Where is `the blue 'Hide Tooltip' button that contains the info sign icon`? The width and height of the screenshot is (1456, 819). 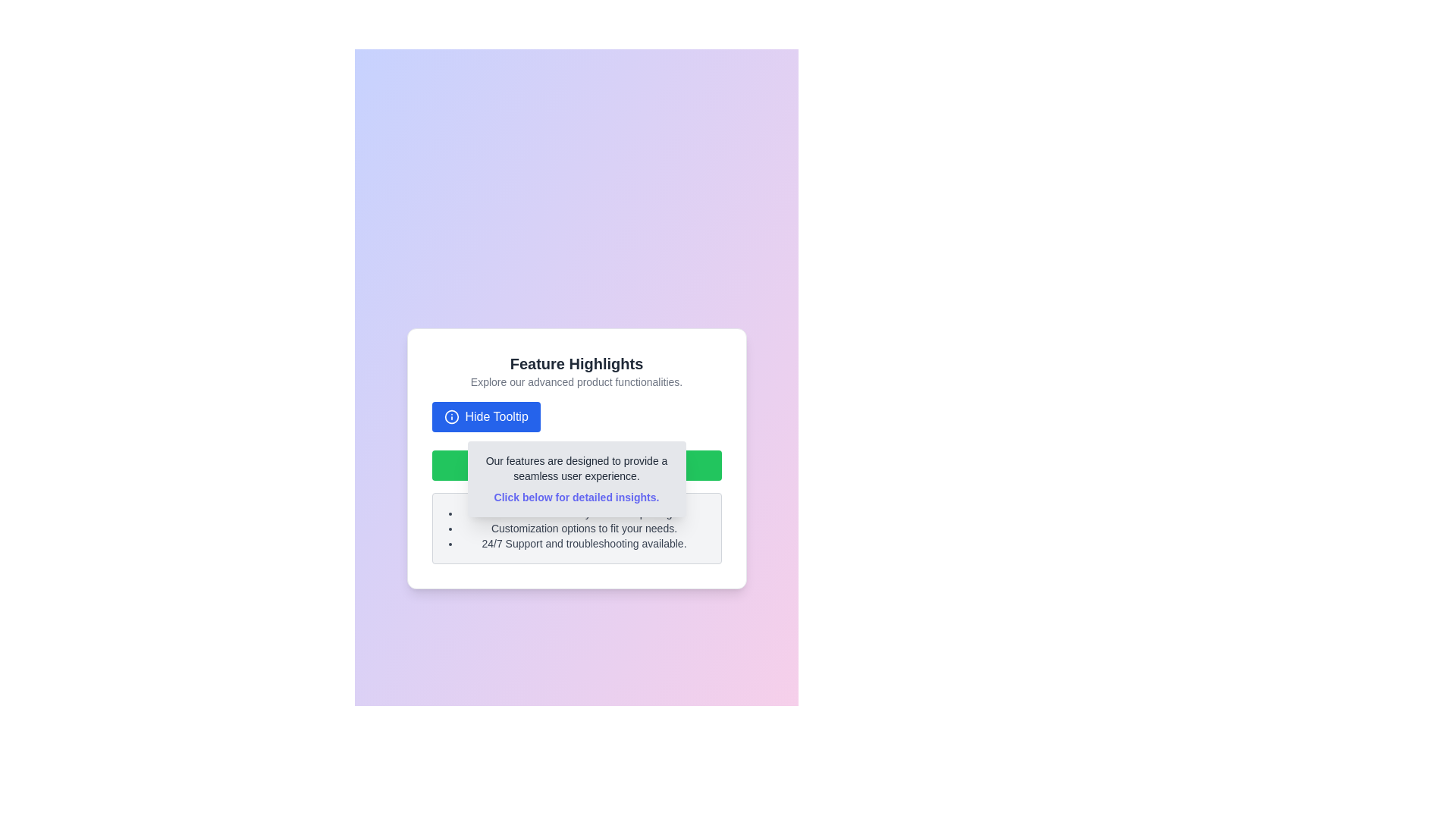
the blue 'Hide Tooltip' button that contains the info sign icon is located at coordinates (450, 417).